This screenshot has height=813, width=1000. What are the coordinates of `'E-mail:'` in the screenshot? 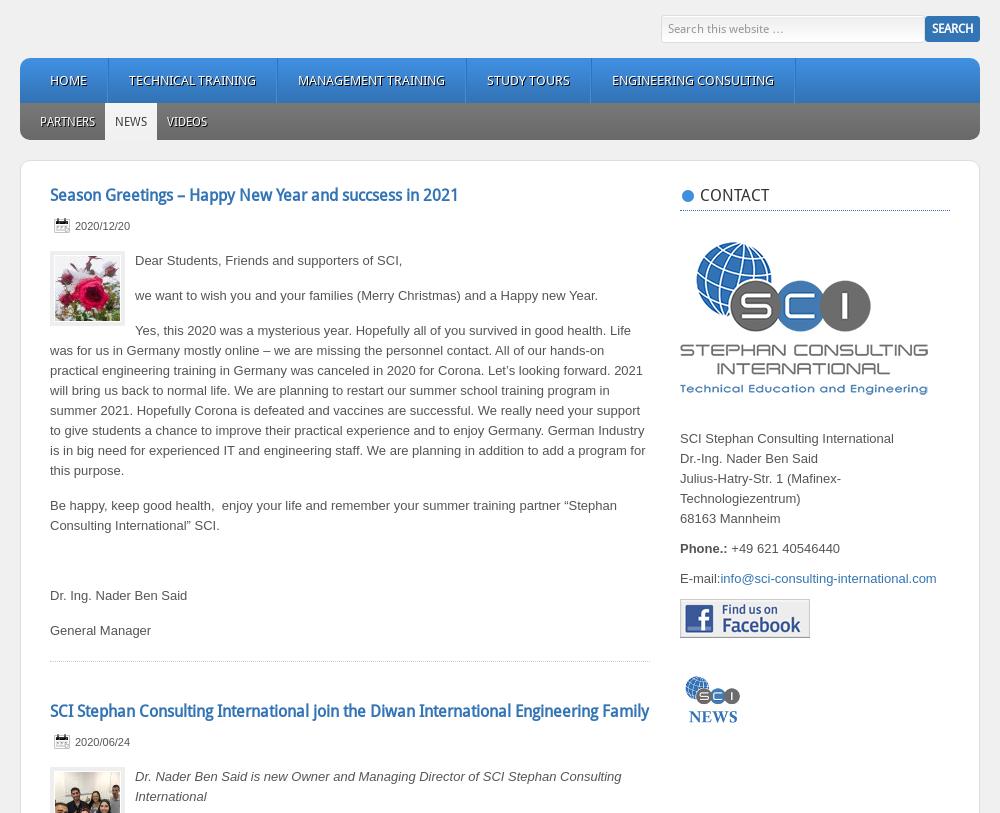 It's located at (680, 578).